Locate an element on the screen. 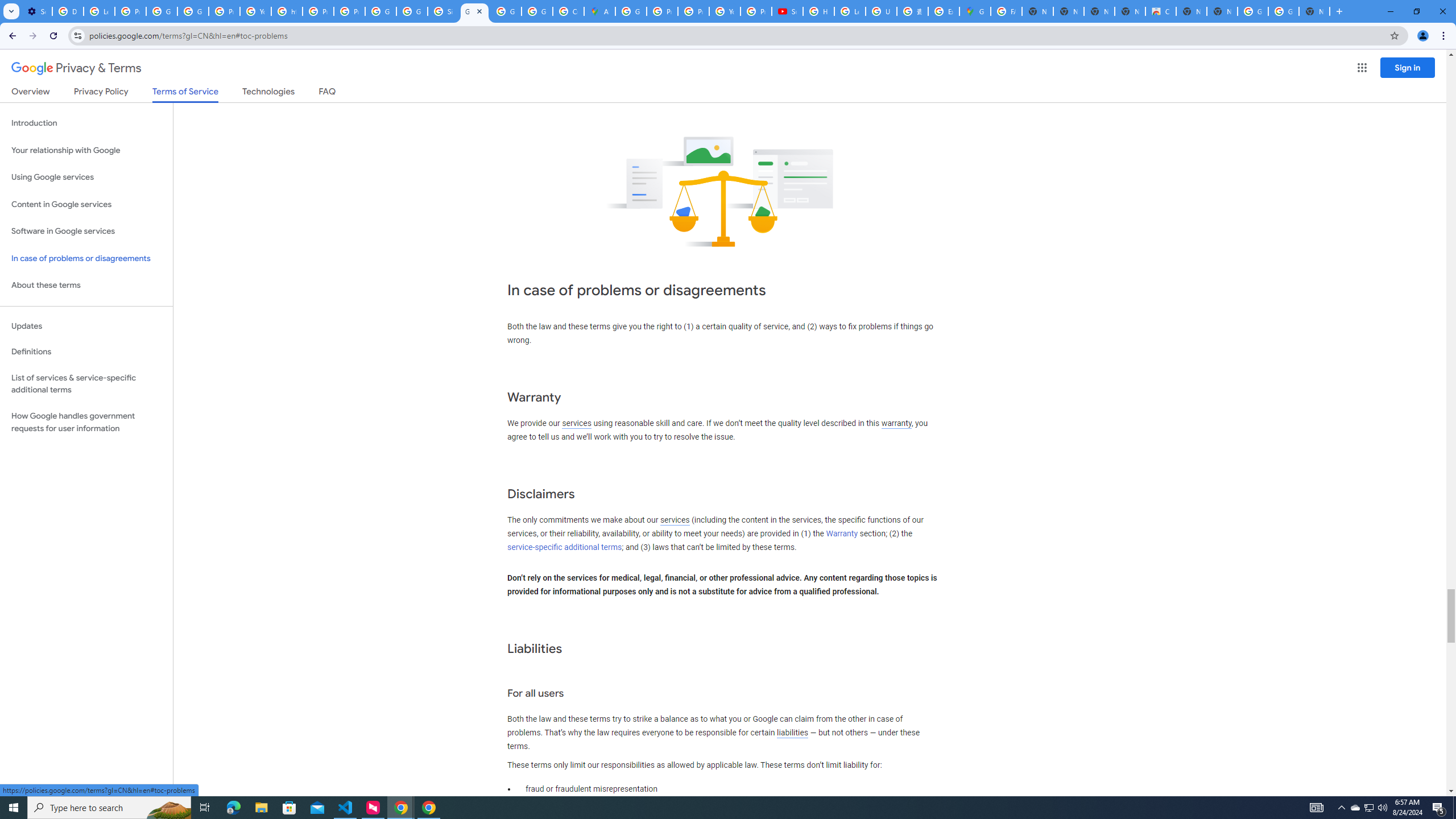 The width and height of the screenshot is (1456, 819). 'About these terms' is located at coordinates (86, 285).